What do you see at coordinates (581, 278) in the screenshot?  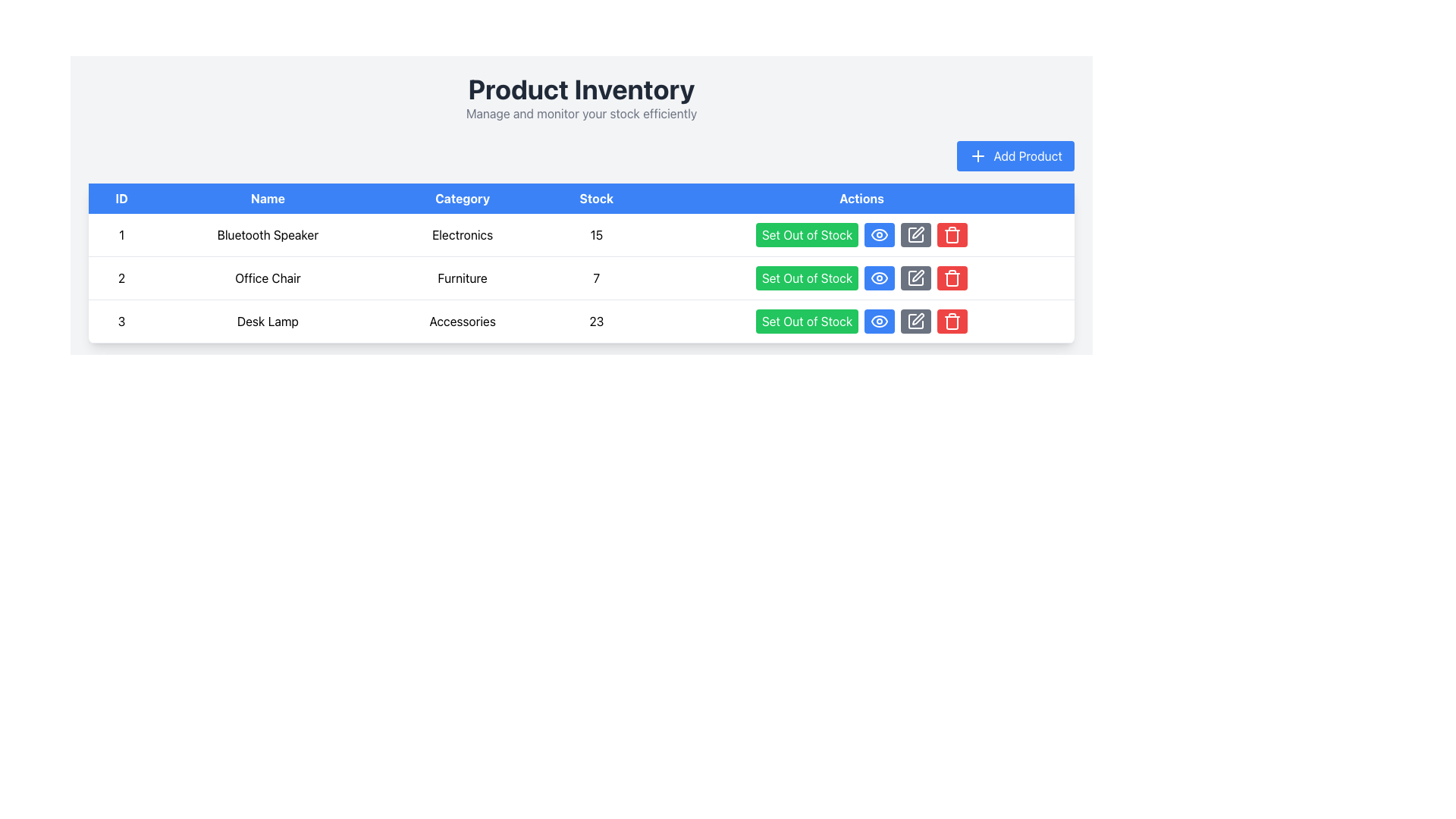 I see `the table row containing product information that displays details about a product, situated between 'Bluetooth Speaker' and 'Desk Lamp'` at bounding box center [581, 278].